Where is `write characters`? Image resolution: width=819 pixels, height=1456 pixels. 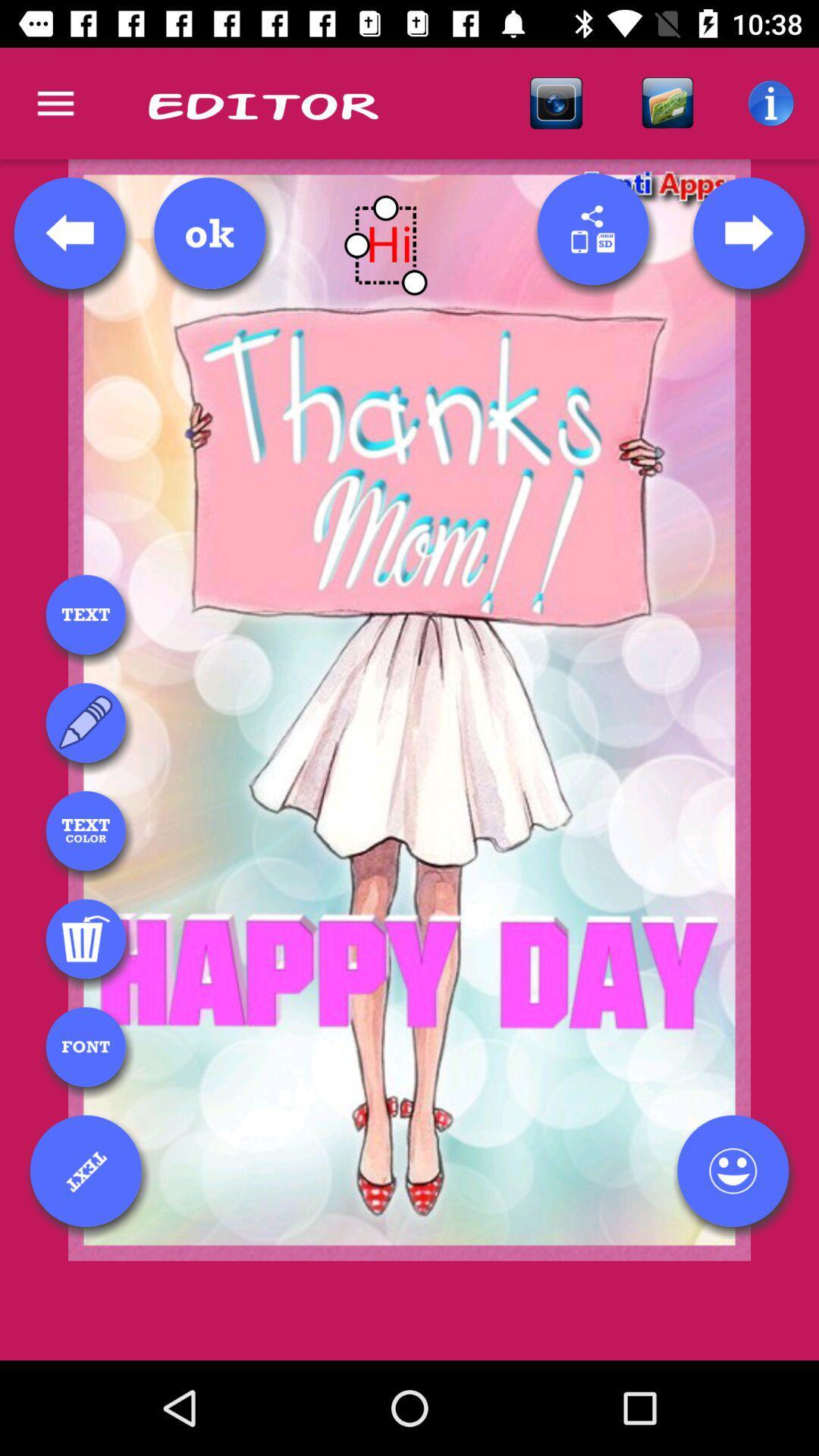 write characters is located at coordinates (86, 722).